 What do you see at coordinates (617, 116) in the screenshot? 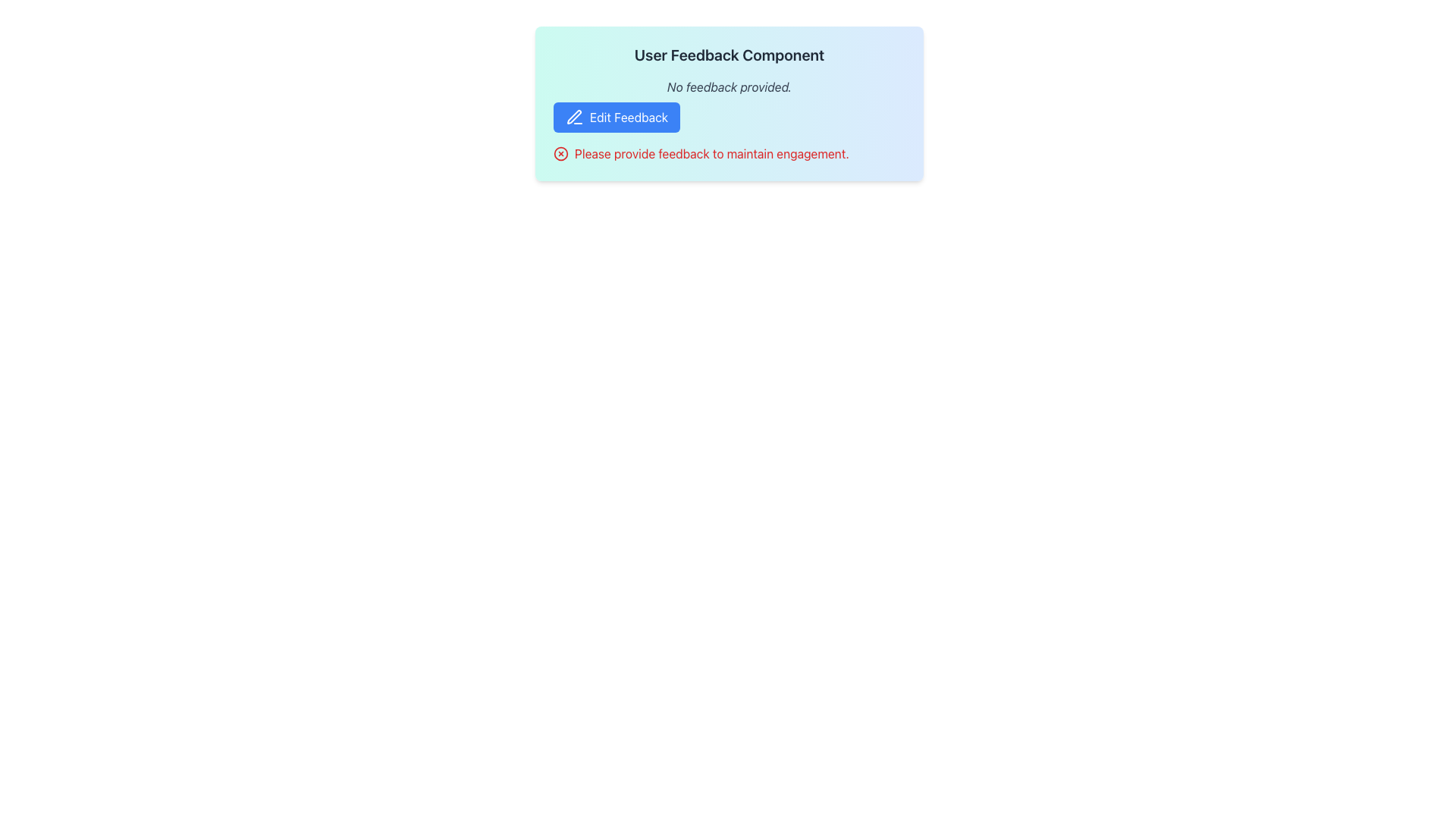
I see `the feedback edit button located below the 'No feedback provided.' text to observe the hover effect` at bounding box center [617, 116].